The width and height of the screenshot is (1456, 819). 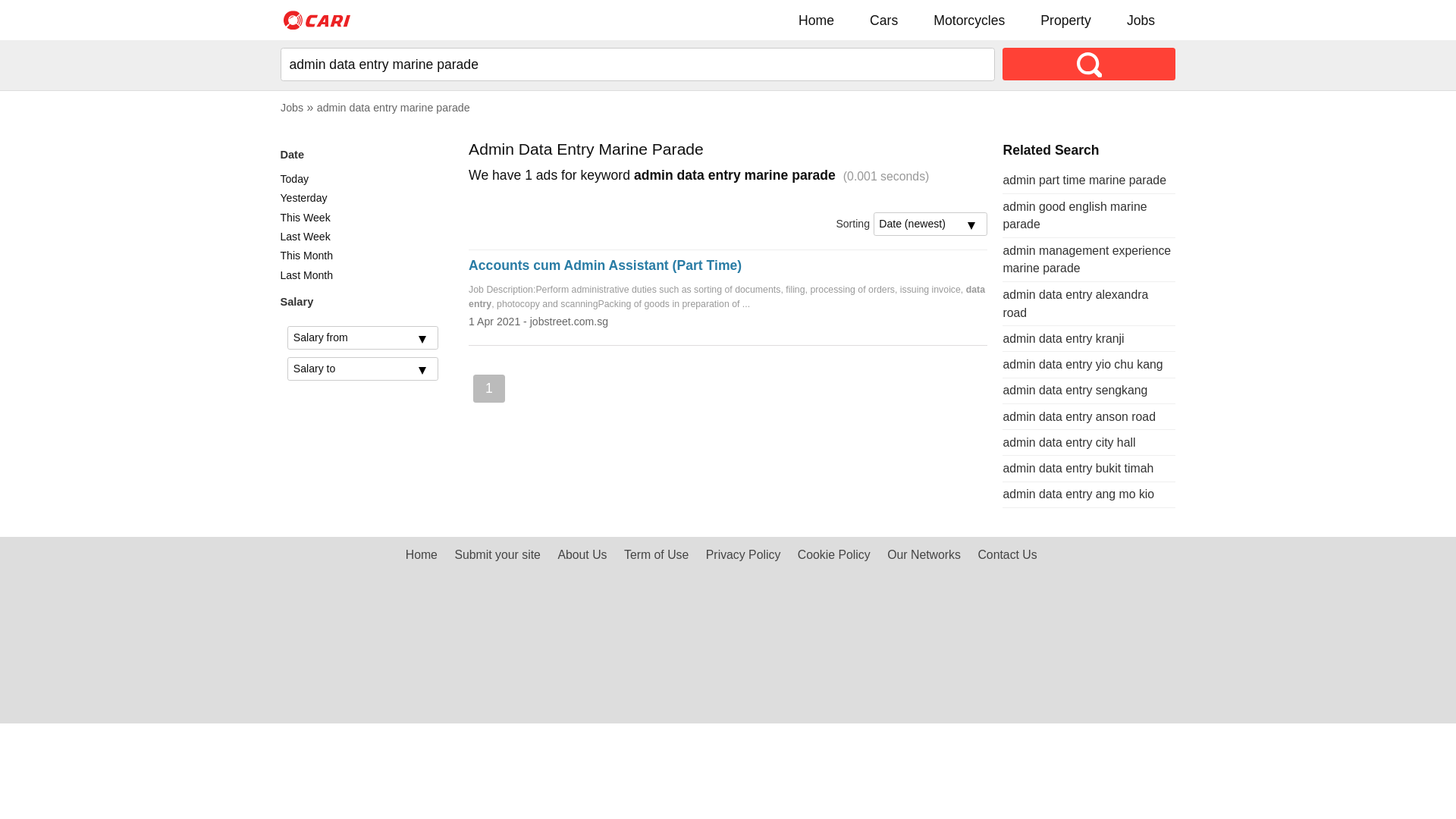 I want to click on 'admin good english marine parade', so click(x=1073, y=215).